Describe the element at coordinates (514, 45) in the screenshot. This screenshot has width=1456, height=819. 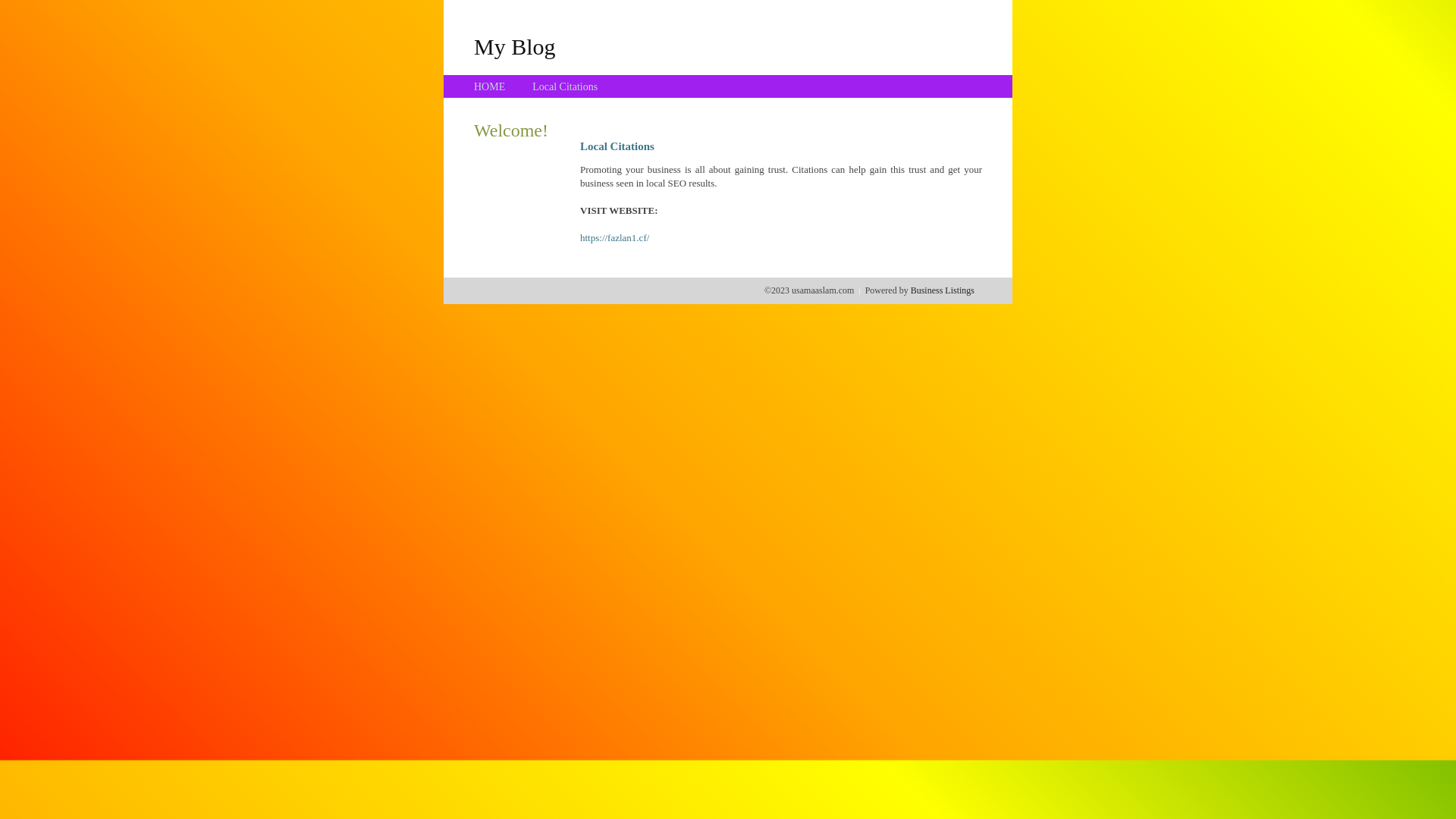
I see `'My Blog'` at that location.